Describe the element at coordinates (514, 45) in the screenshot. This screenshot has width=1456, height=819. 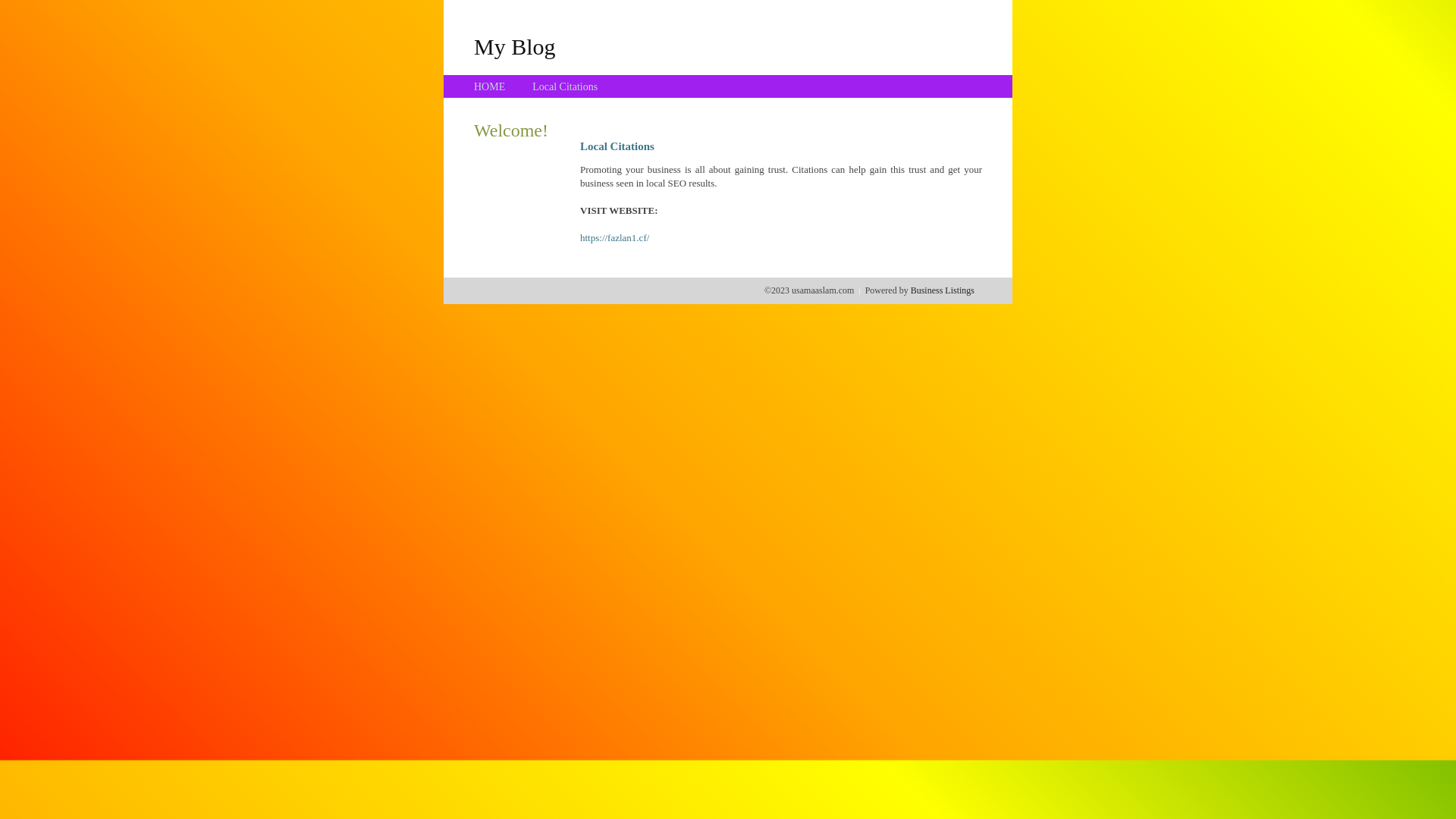
I see `'My Blog'` at that location.